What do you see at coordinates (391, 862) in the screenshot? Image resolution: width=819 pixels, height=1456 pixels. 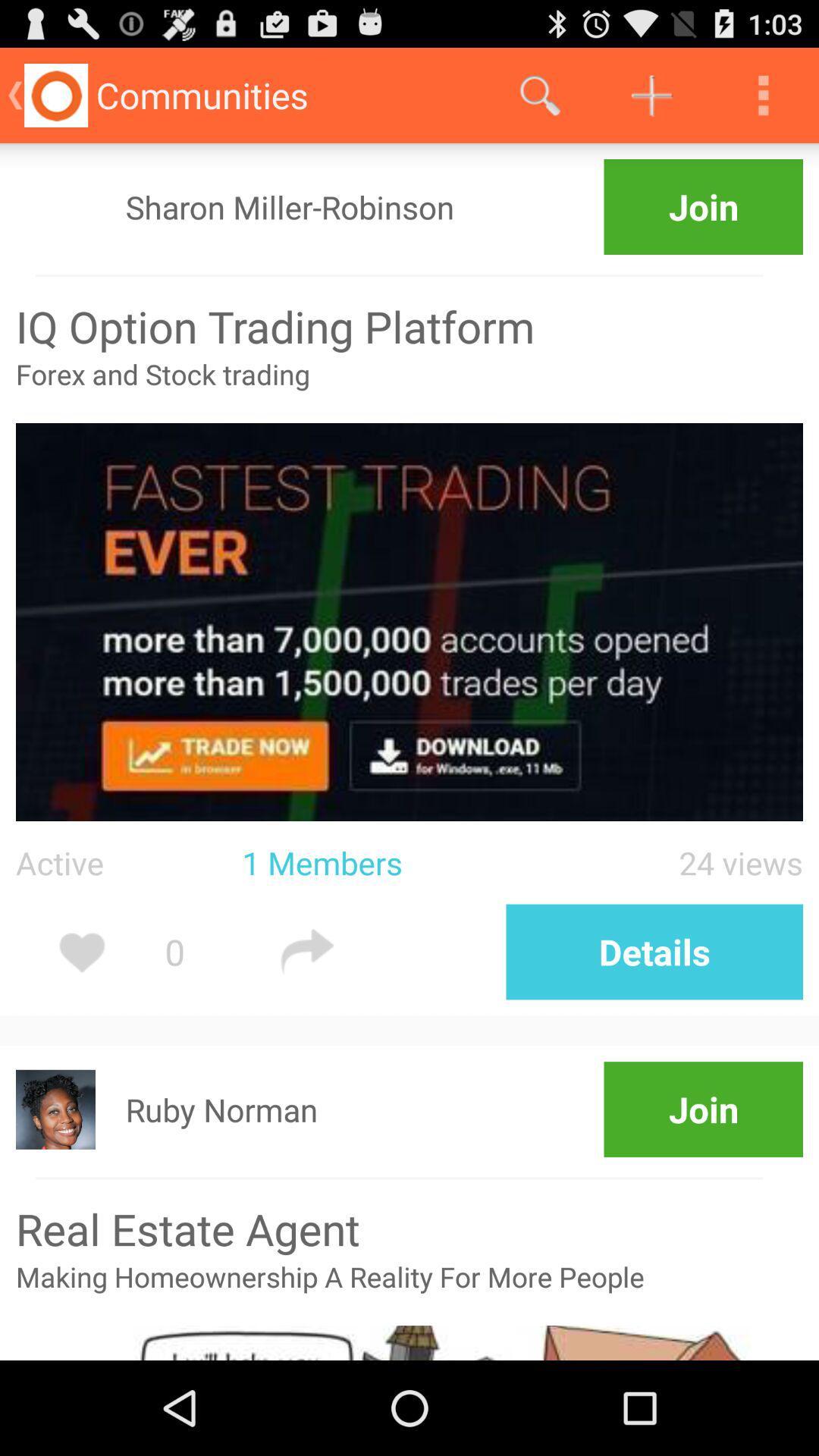 I see `item next to active` at bounding box center [391, 862].